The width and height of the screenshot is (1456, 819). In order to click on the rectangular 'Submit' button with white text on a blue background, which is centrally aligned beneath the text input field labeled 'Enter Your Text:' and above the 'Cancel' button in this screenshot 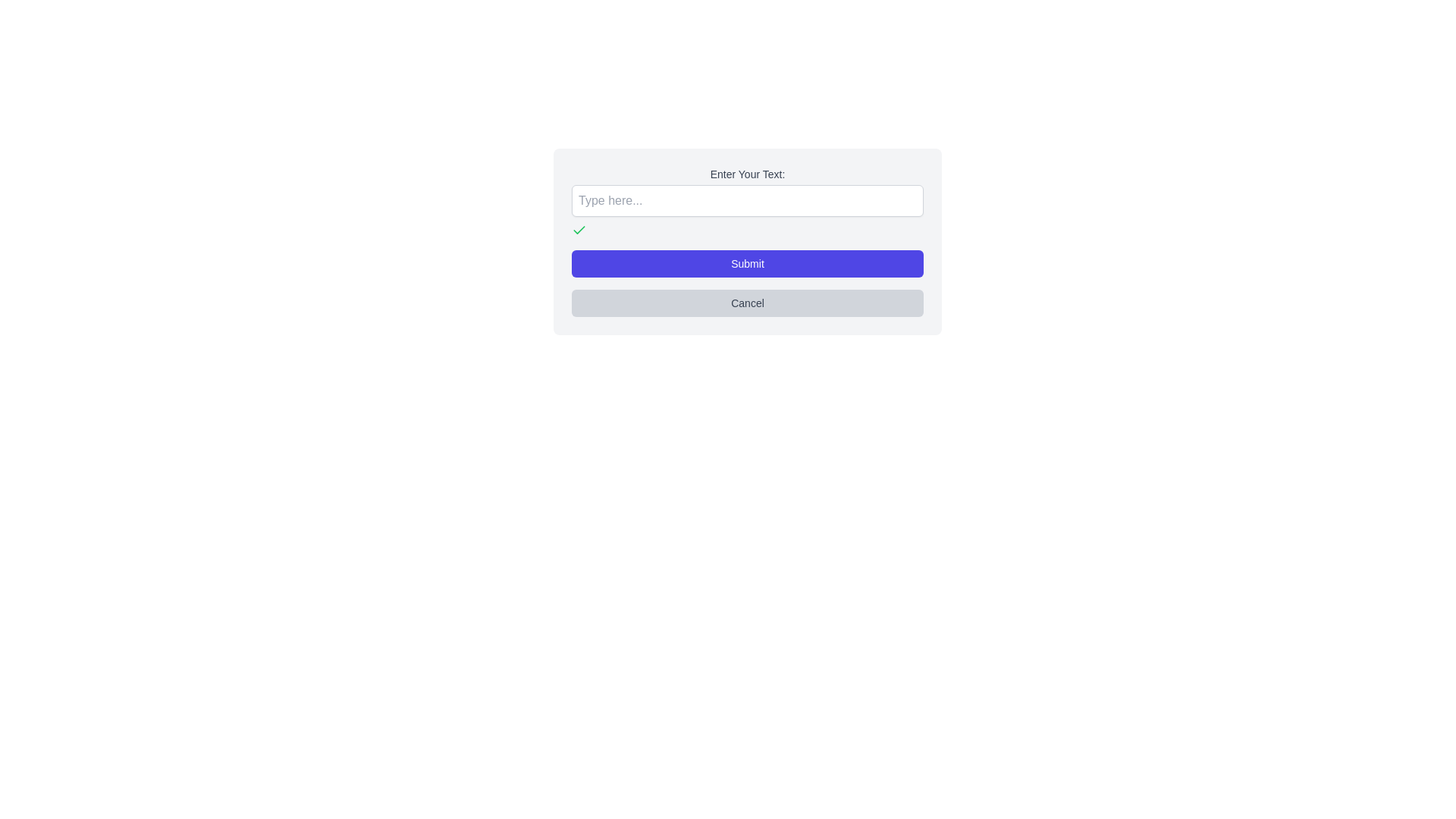, I will do `click(747, 241)`.